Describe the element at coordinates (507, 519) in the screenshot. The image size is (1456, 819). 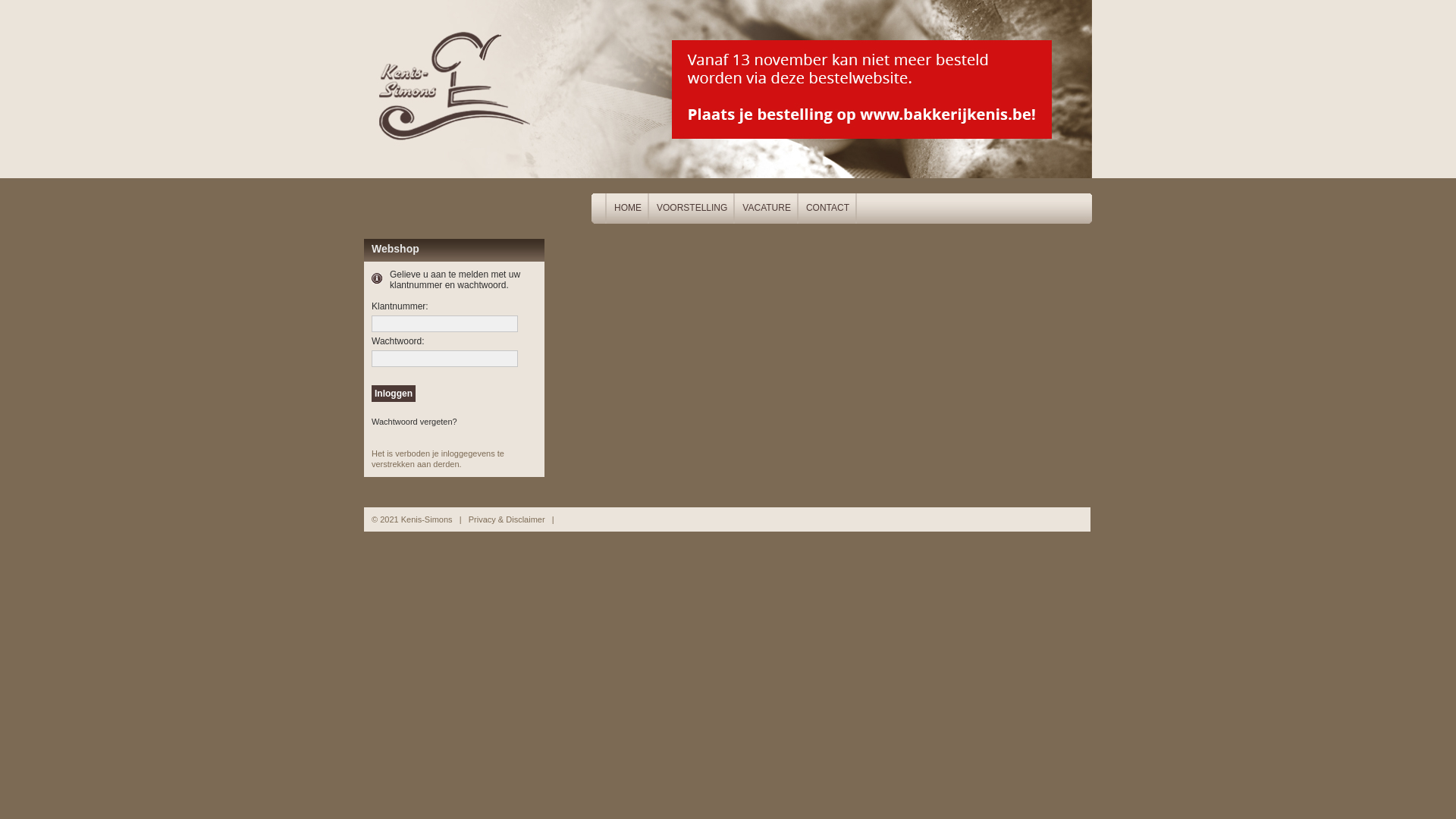
I see `'Privacy & Disclaimer'` at that location.